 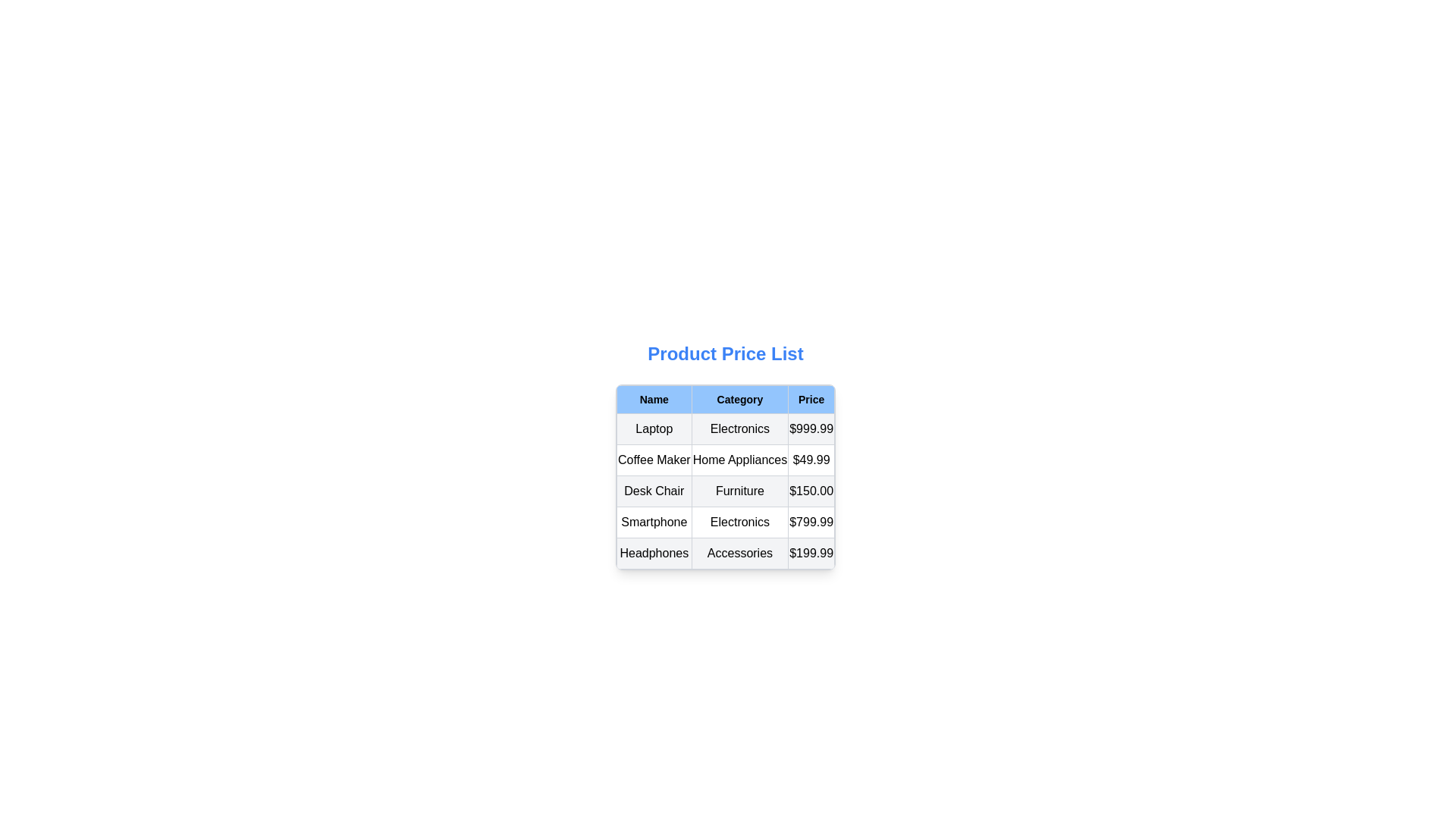 I want to click on the 'Category' text label in the table header, which is centrally aligned with a light blue background and black bold font, located between the 'Name' and 'Price' headers, so click(x=739, y=399).